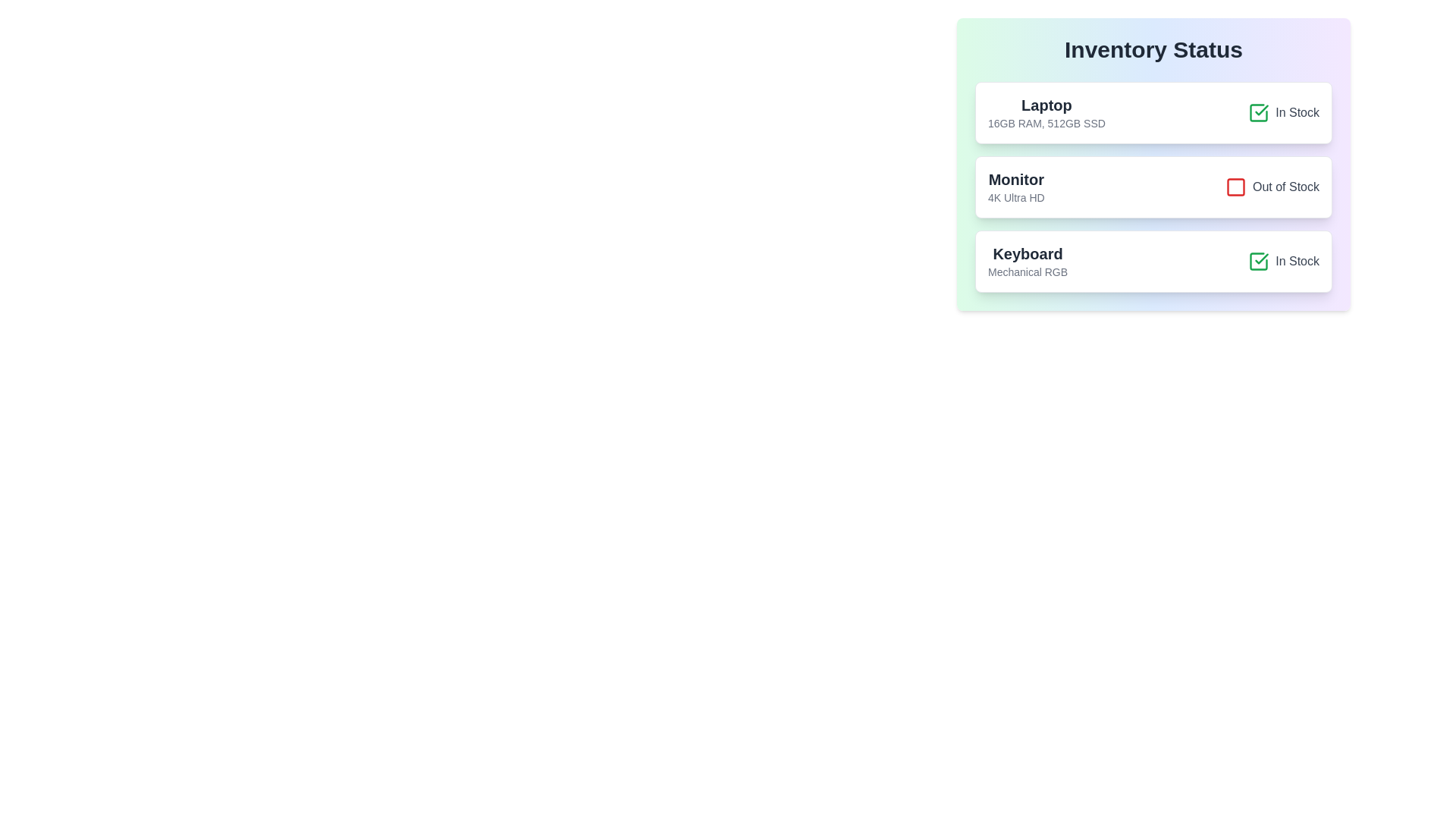 This screenshot has height=819, width=1456. What do you see at coordinates (1016, 197) in the screenshot?
I see `the text label providing details about the 'Monitor' product, which specifies '4K Ultra HD' and is located under the 'Monitor' text in the second card of a vertical stack` at bounding box center [1016, 197].